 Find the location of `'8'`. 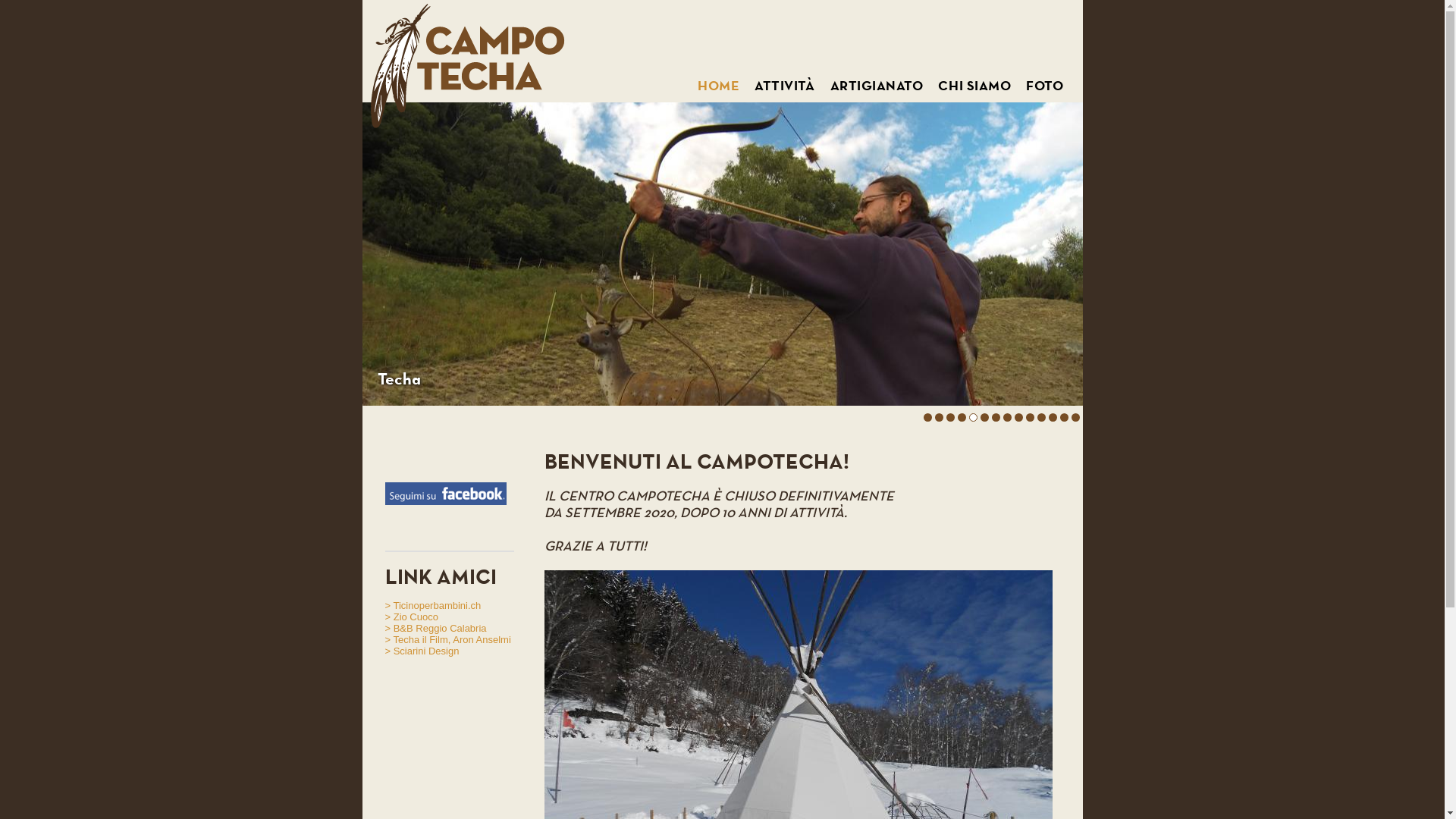

'8' is located at coordinates (1007, 419).